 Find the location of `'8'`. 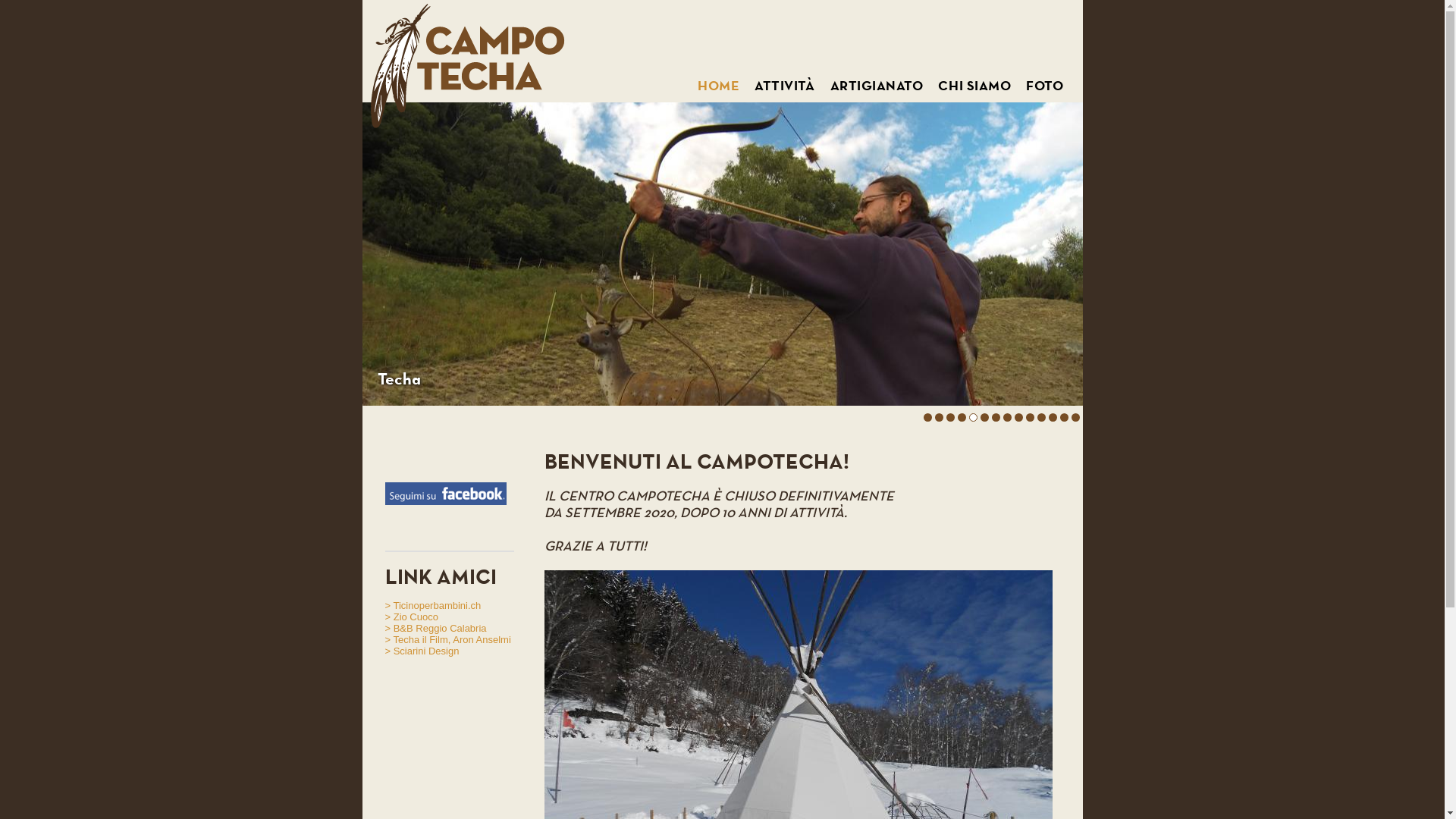

'8' is located at coordinates (1007, 419).